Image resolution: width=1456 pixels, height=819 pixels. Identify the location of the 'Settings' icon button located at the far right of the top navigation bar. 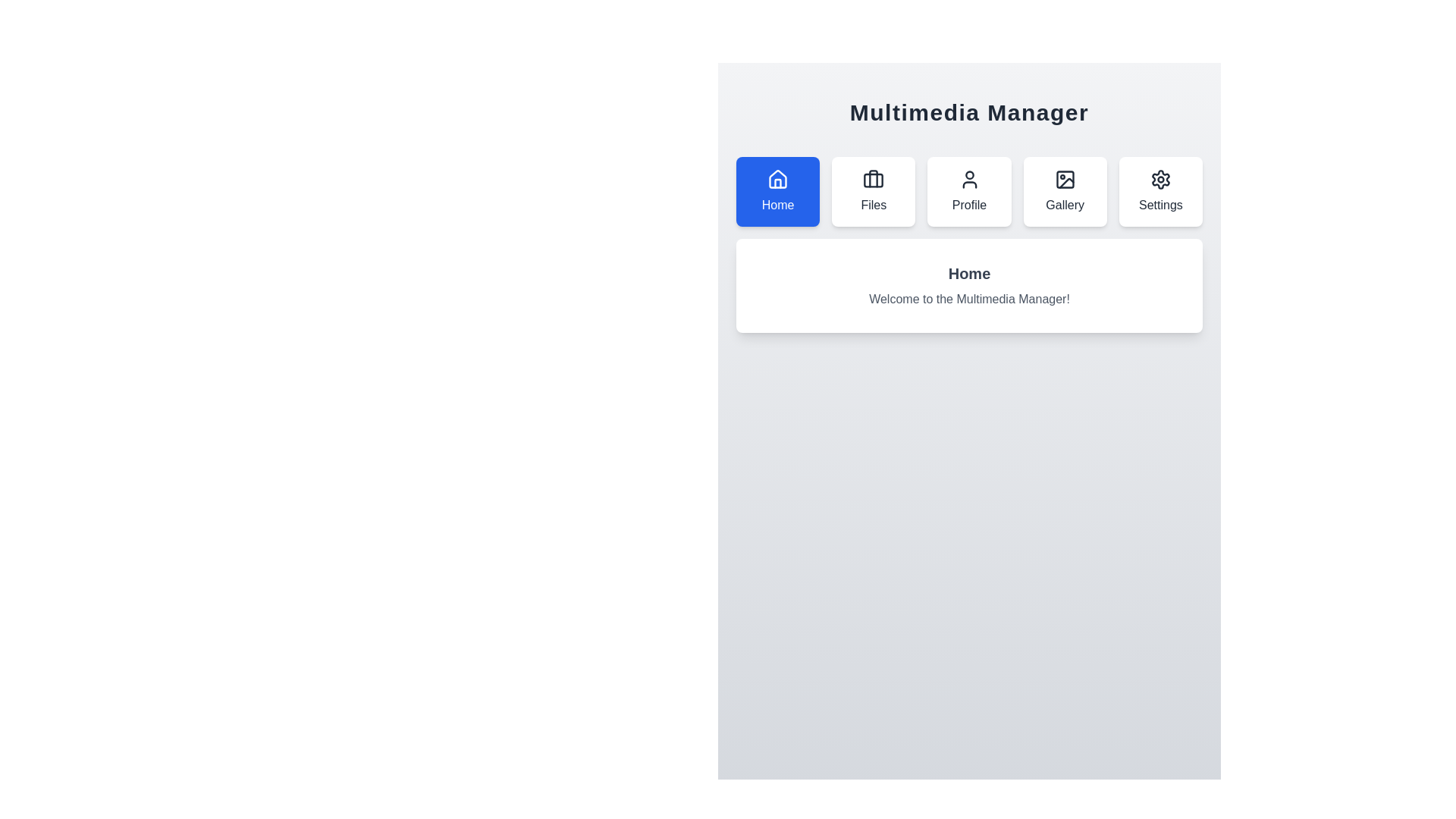
(1159, 178).